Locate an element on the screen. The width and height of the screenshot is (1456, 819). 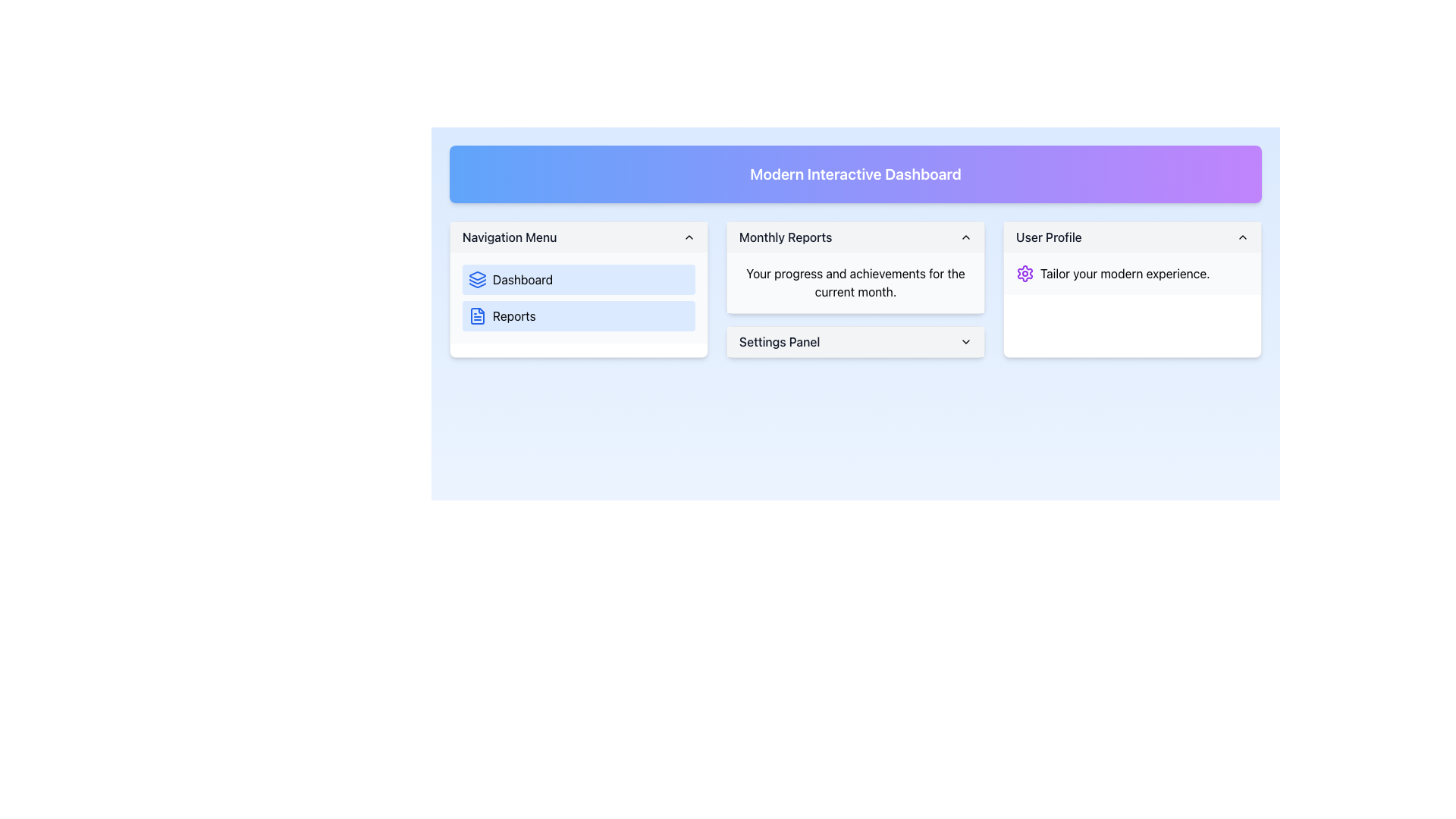
the 'User Profile' Card component located at the bottom-right of the interface is located at coordinates (1132, 289).